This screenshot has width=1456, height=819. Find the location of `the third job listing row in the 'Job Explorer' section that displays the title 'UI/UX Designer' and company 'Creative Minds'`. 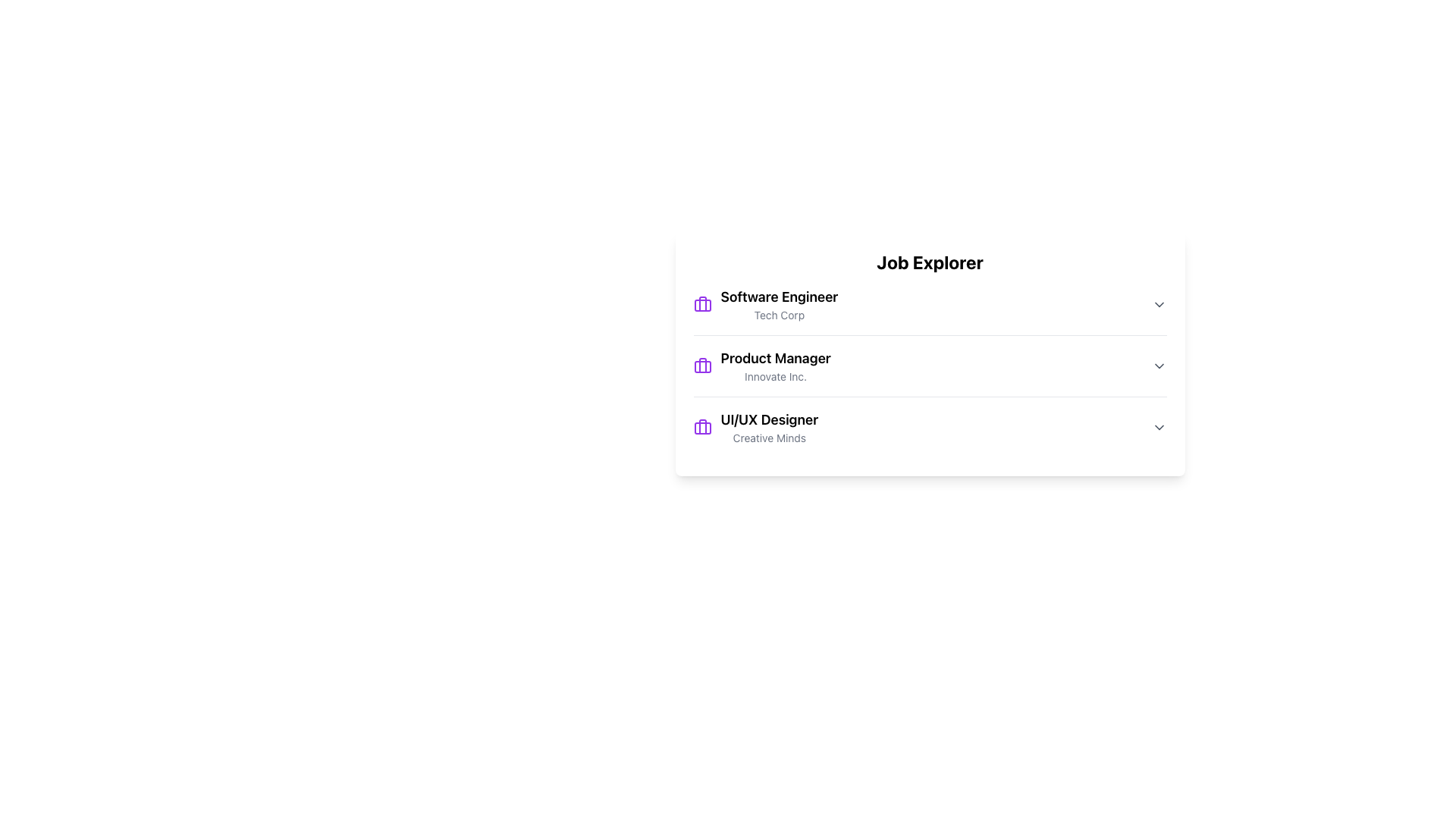

the third job listing row in the 'Job Explorer' section that displays the title 'UI/UX Designer' and company 'Creative Minds' is located at coordinates (929, 427).